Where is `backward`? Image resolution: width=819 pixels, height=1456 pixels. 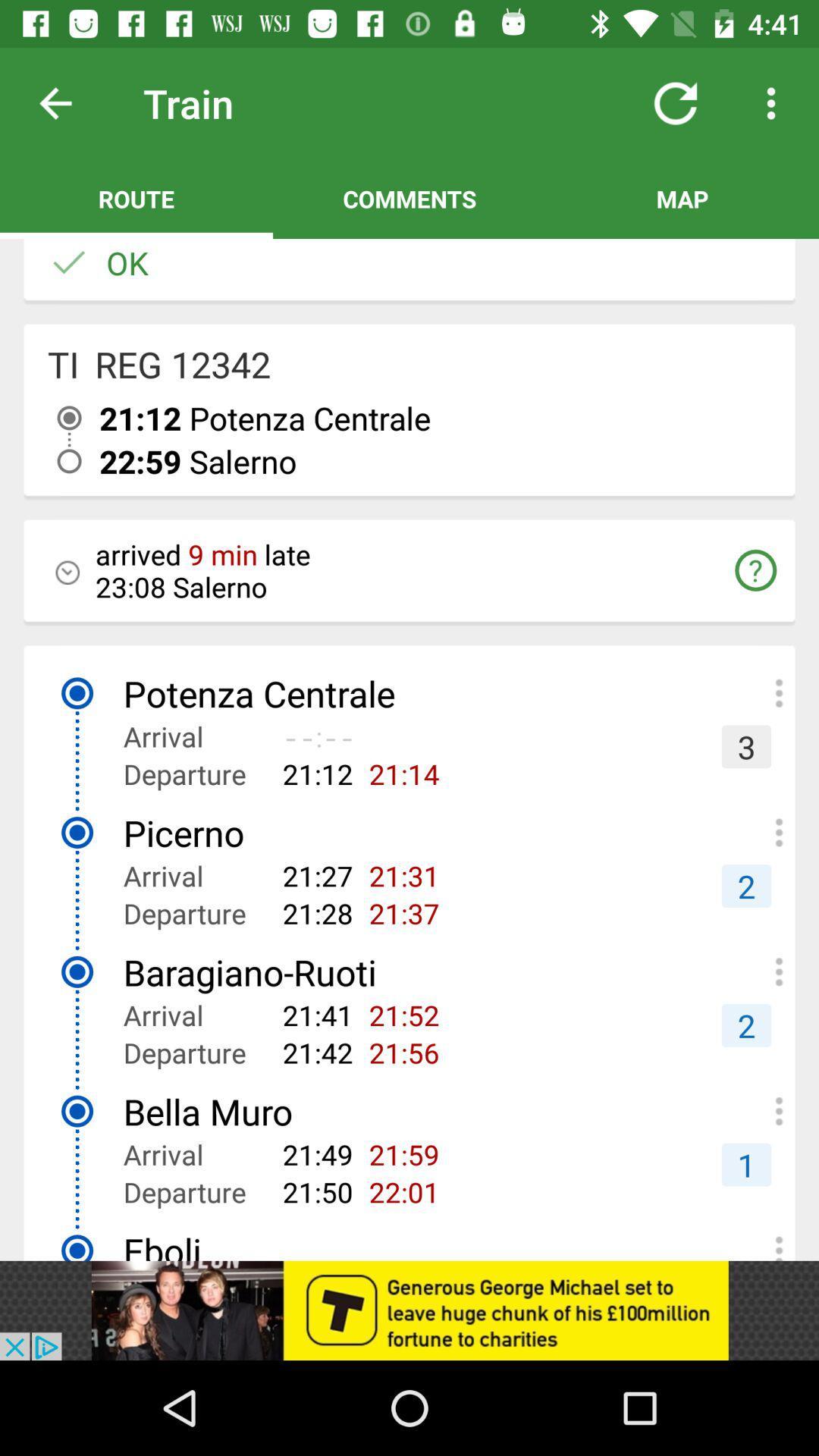 backward is located at coordinates (67, 102).